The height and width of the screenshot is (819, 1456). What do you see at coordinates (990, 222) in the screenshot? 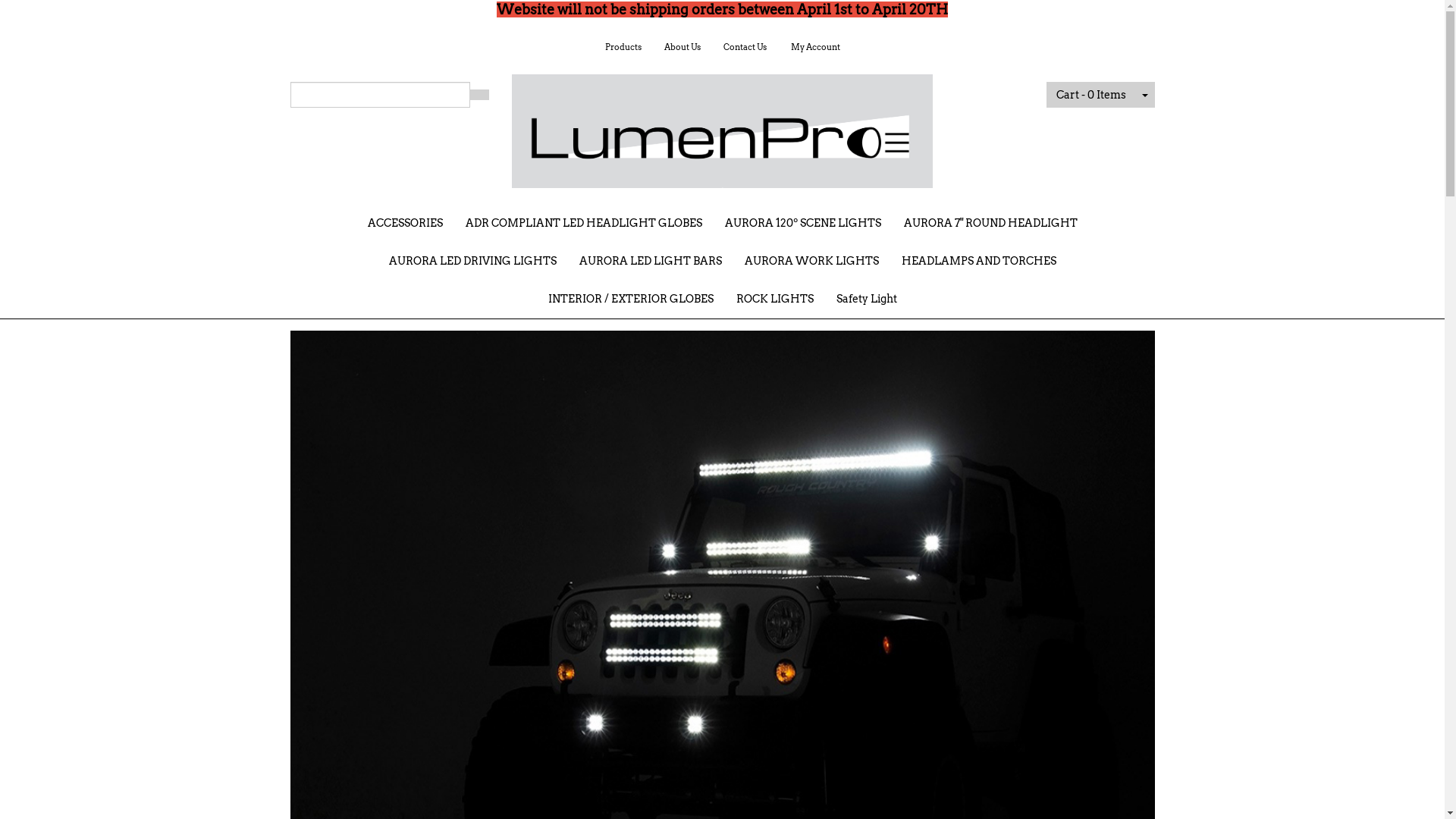
I see `'AURORA 7" ROUND HEADLIGHT'` at bounding box center [990, 222].